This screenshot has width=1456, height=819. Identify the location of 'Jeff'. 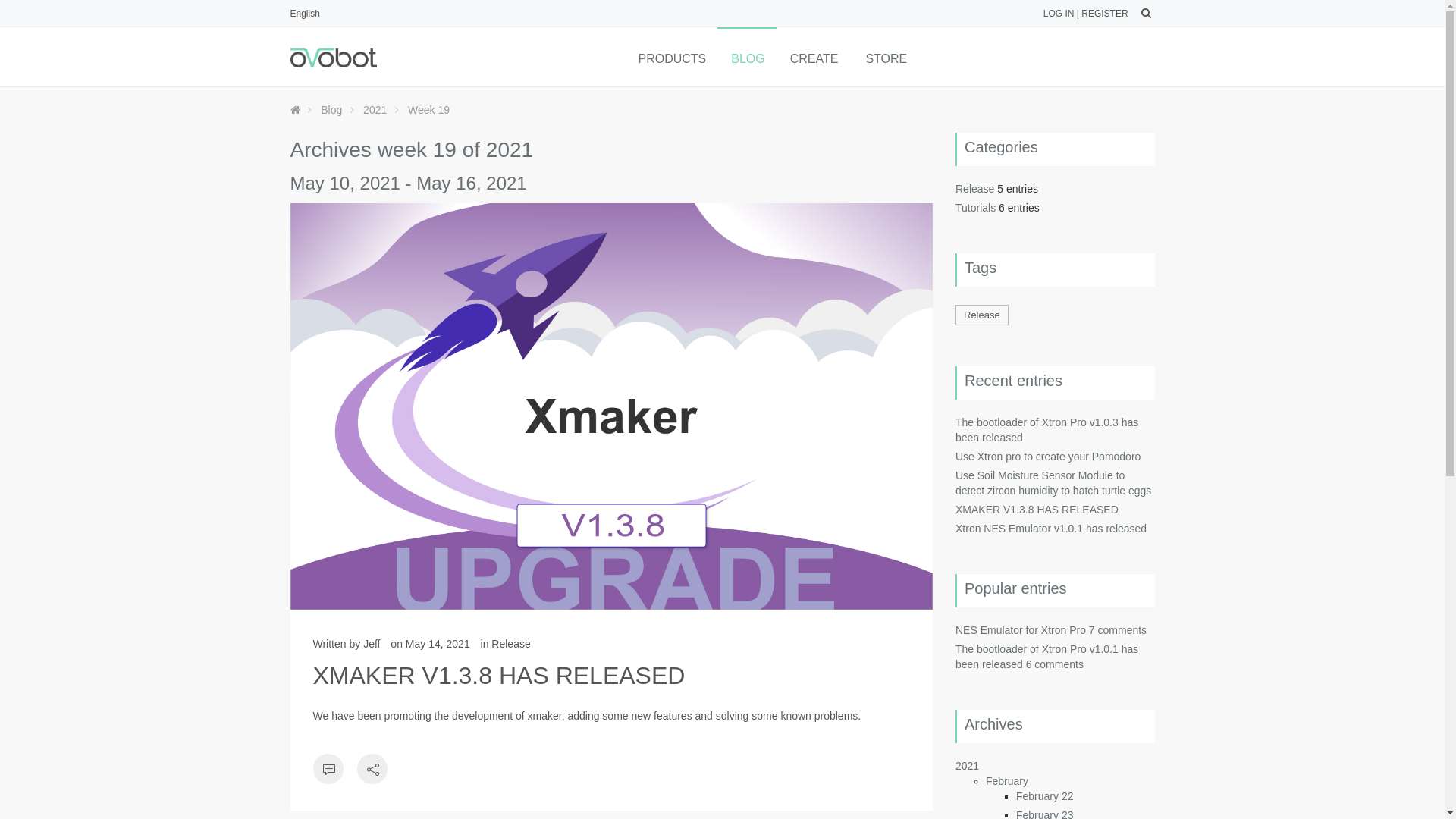
(371, 643).